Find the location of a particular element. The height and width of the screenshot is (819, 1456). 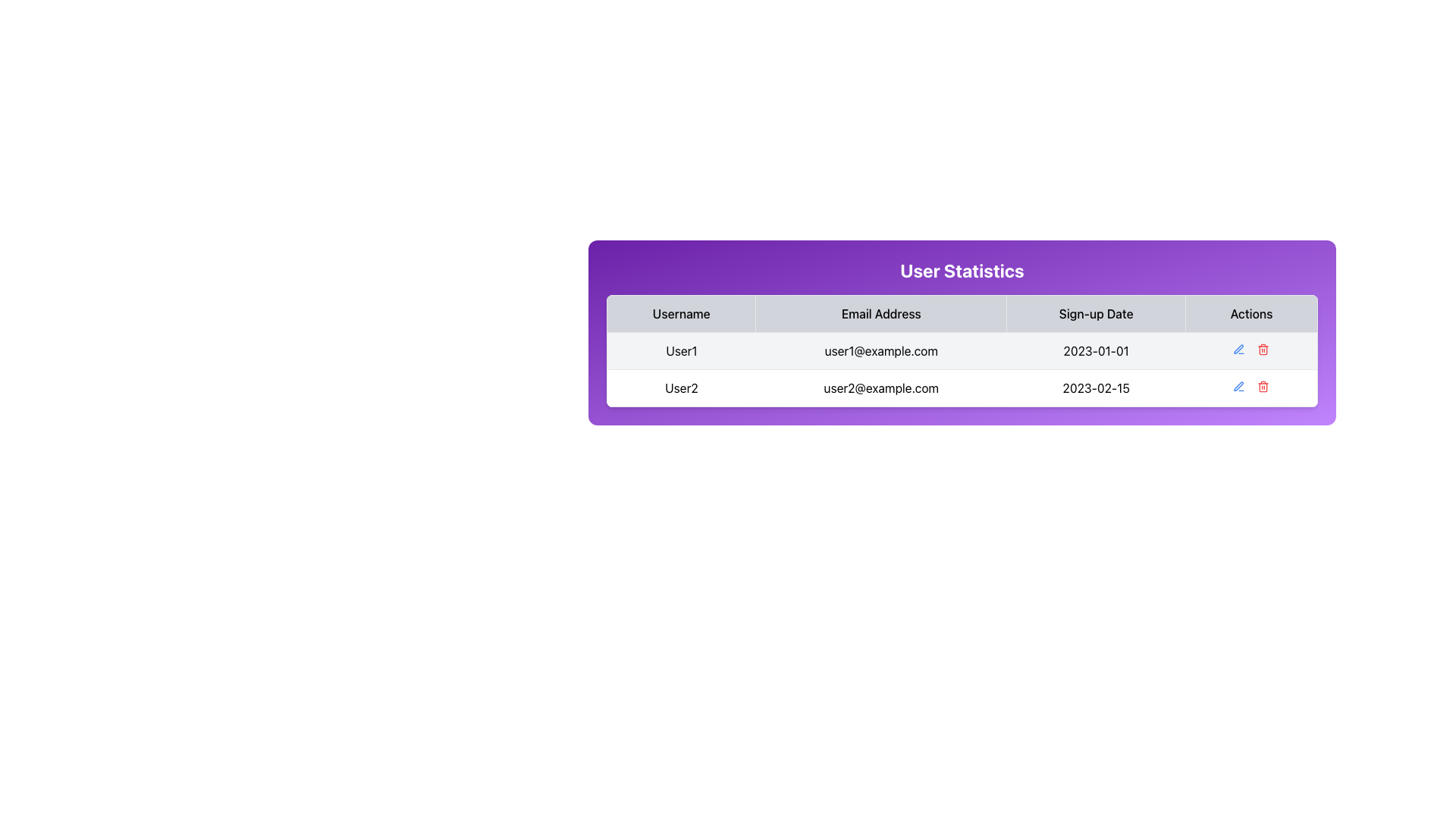

the user's email address located in the second cell of the second row in the table under the 'Email Address' column is located at coordinates (881, 350).